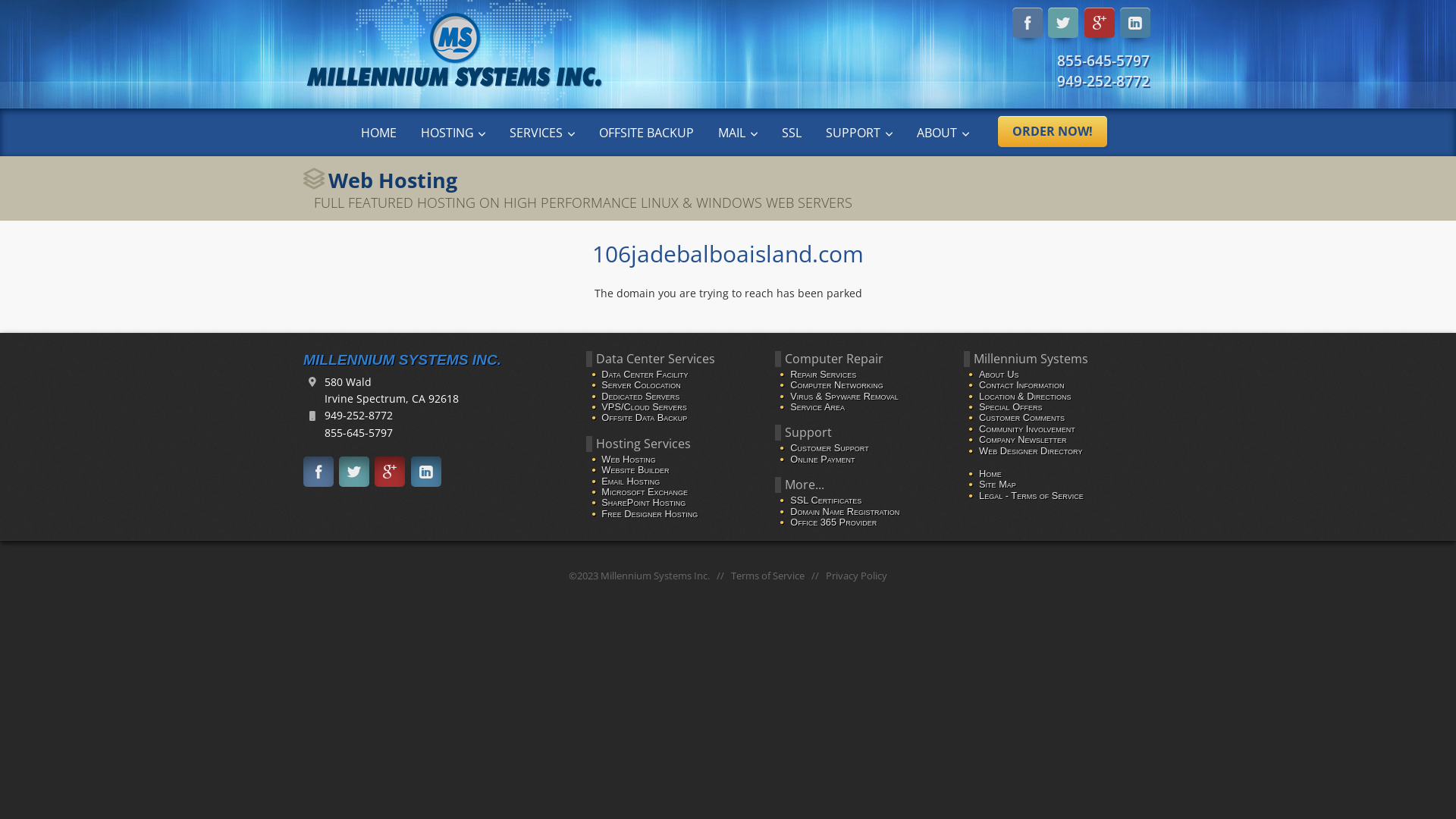  Describe the element at coordinates (738, 131) in the screenshot. I see `'MAIL'` at that location.